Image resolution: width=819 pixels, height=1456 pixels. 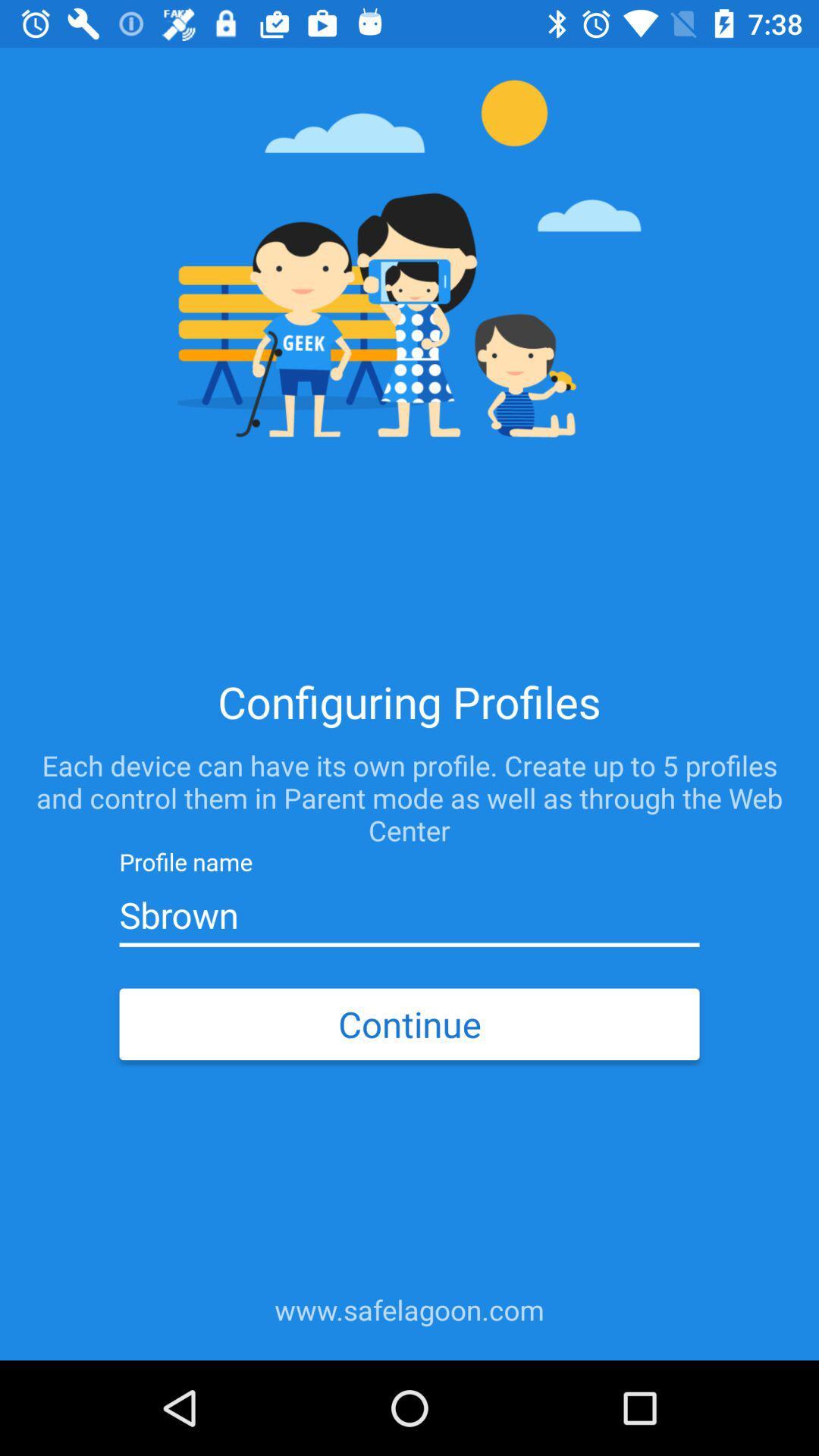 What do you see at coordinates (409, 915) in the screenshot?
I see `sbrown item` at bounding box center [409, 915].